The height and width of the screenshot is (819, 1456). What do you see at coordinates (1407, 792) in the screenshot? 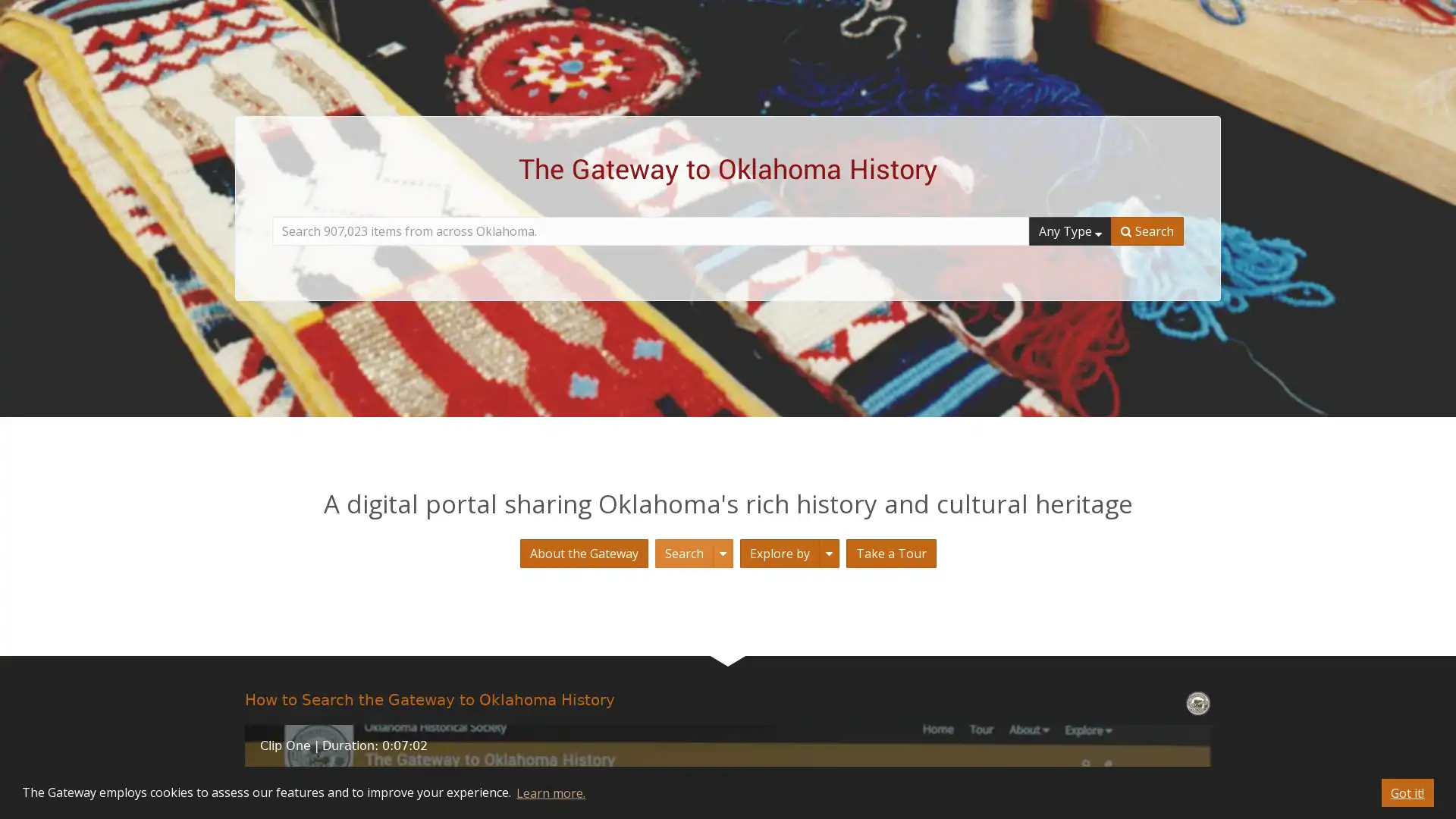
I see `dismiss cookie message` at bounding box center [1407, 792].